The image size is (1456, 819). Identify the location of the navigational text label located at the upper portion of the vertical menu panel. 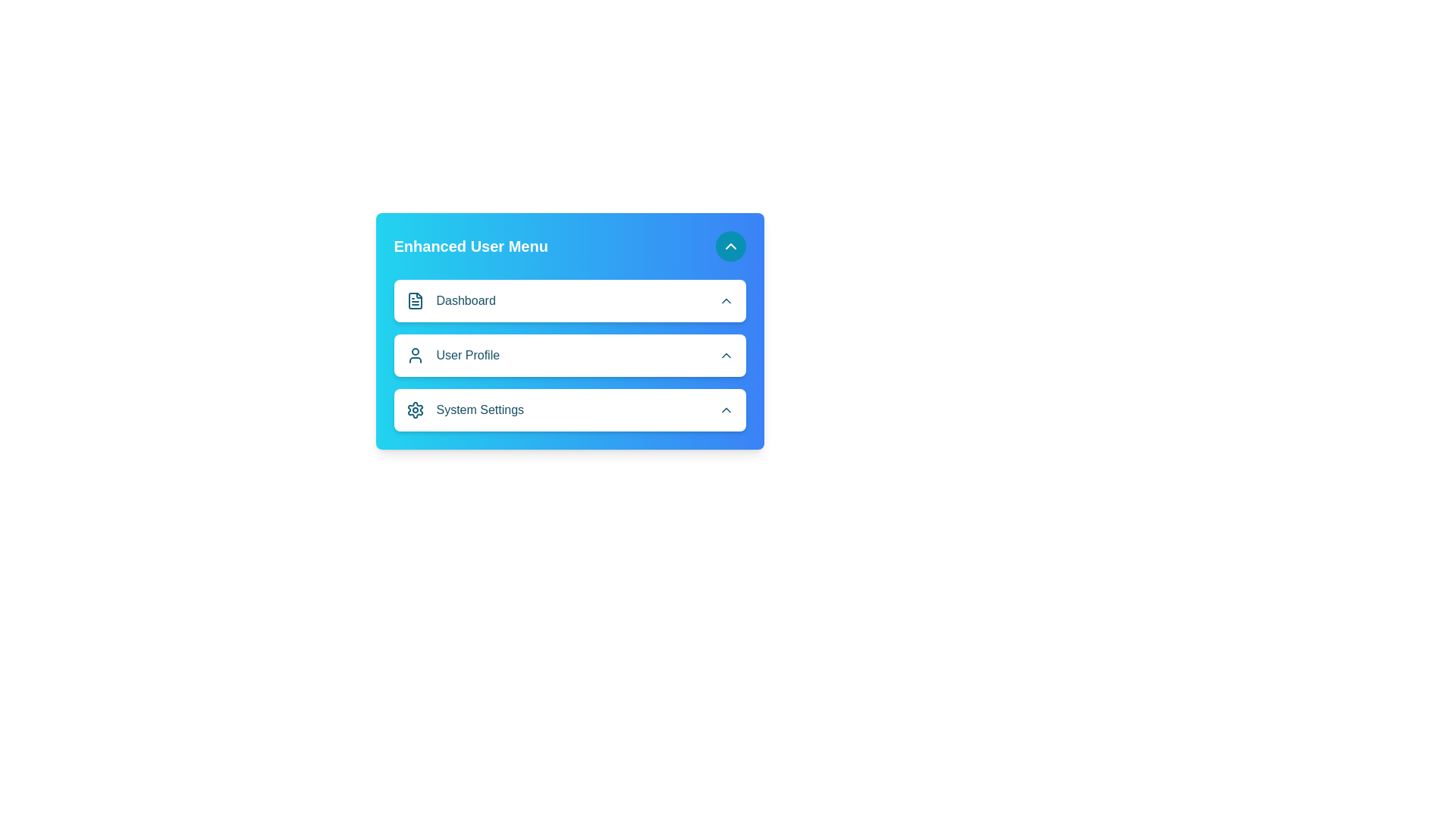
(465, 301).